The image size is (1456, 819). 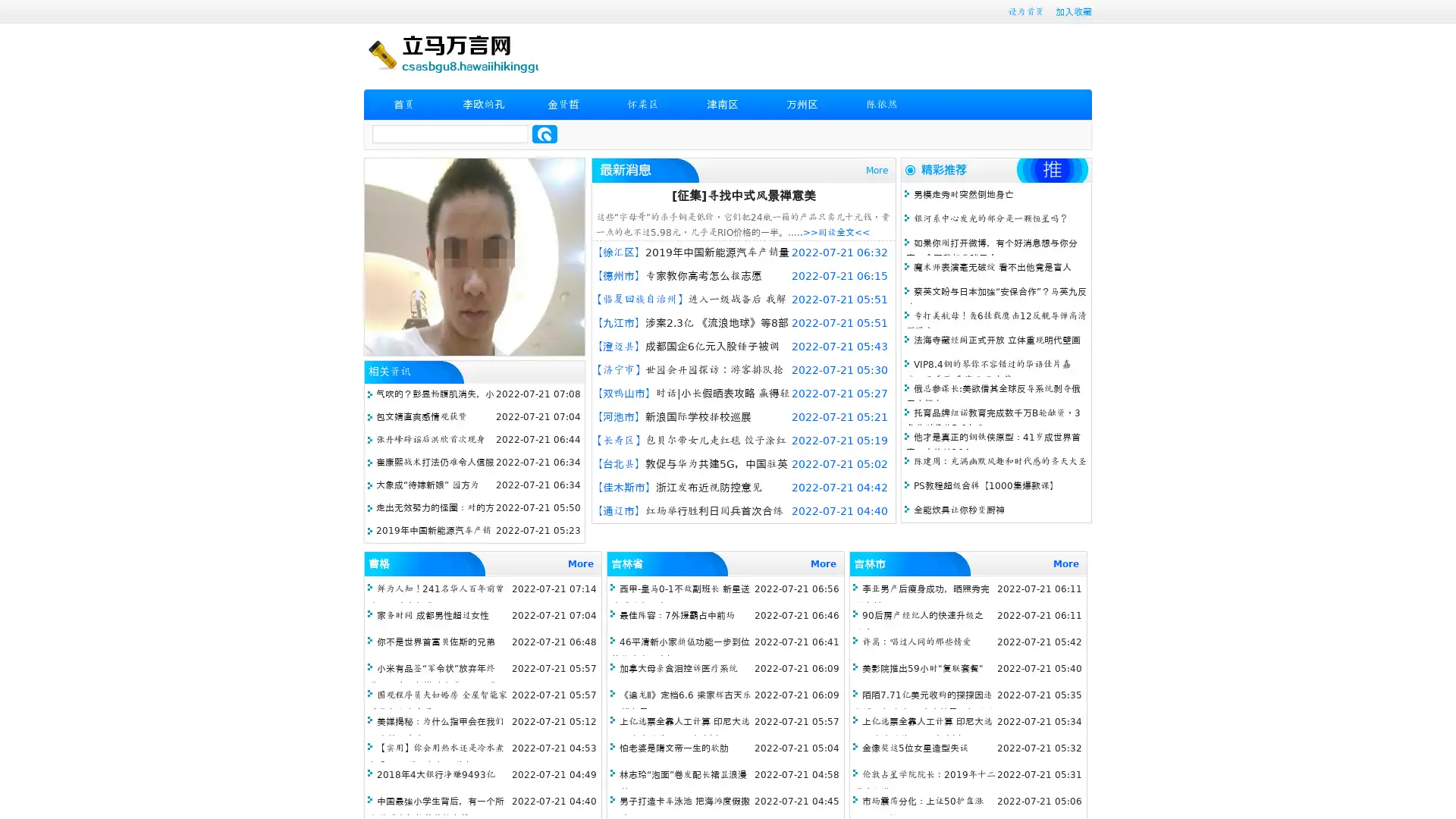 I want to click on Search, so click(x=544, y=133).